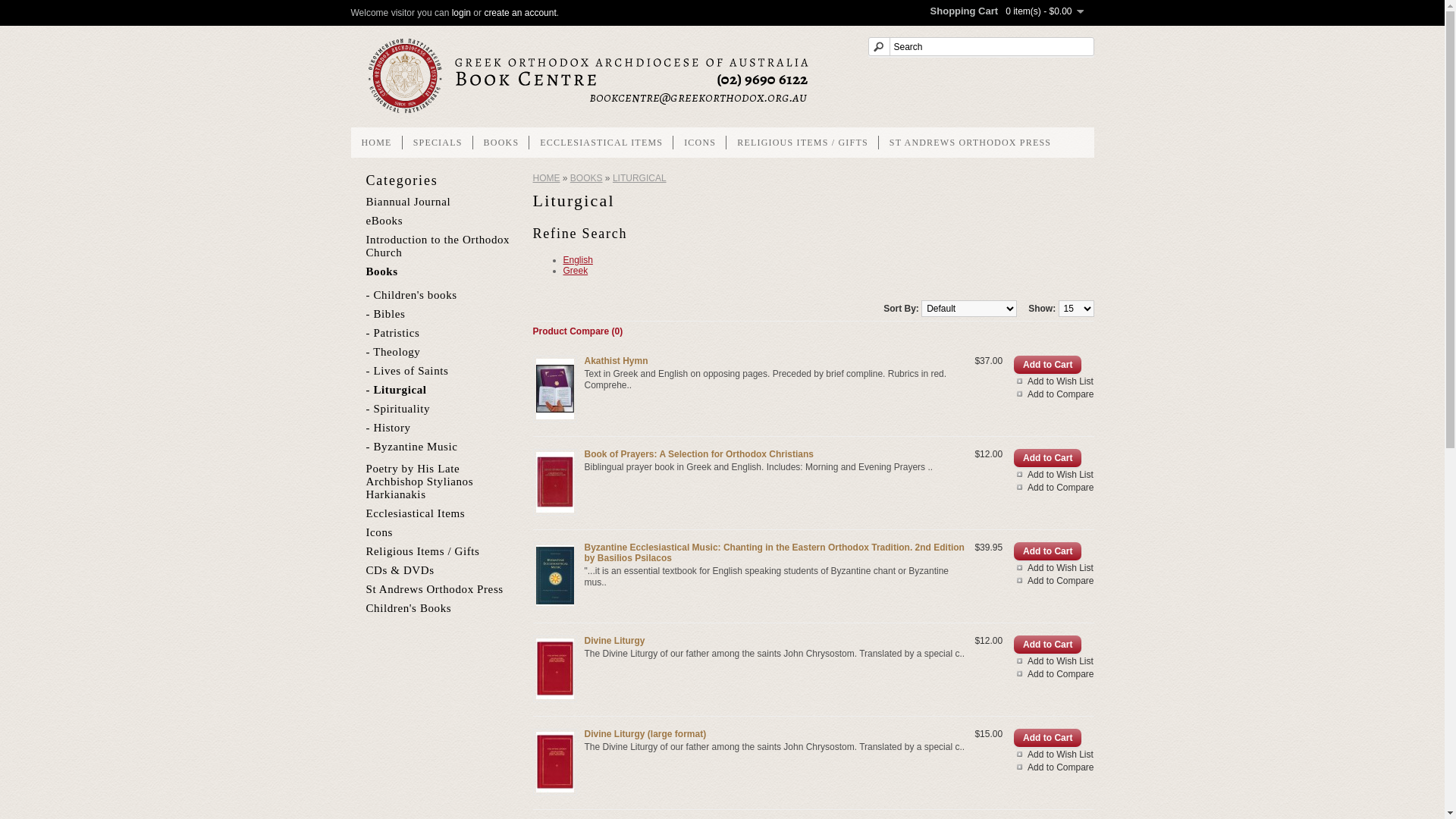 This screenshot has width=1456, height=819. Describe the element at coordinates (585, 177) in the screenshot. I see `'BOOKS'` at that location.